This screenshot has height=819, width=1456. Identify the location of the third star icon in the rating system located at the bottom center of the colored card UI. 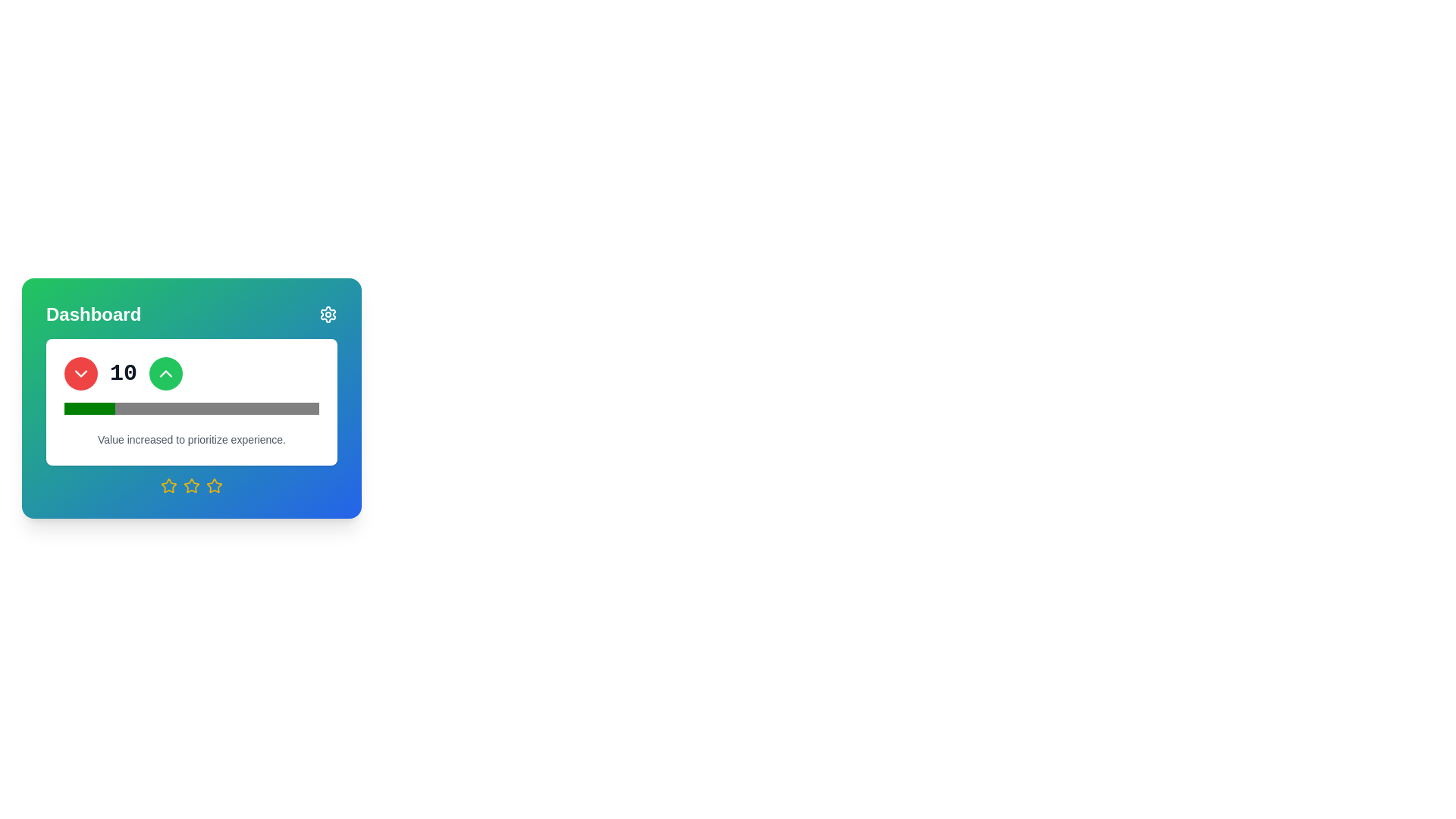
(191, 485).